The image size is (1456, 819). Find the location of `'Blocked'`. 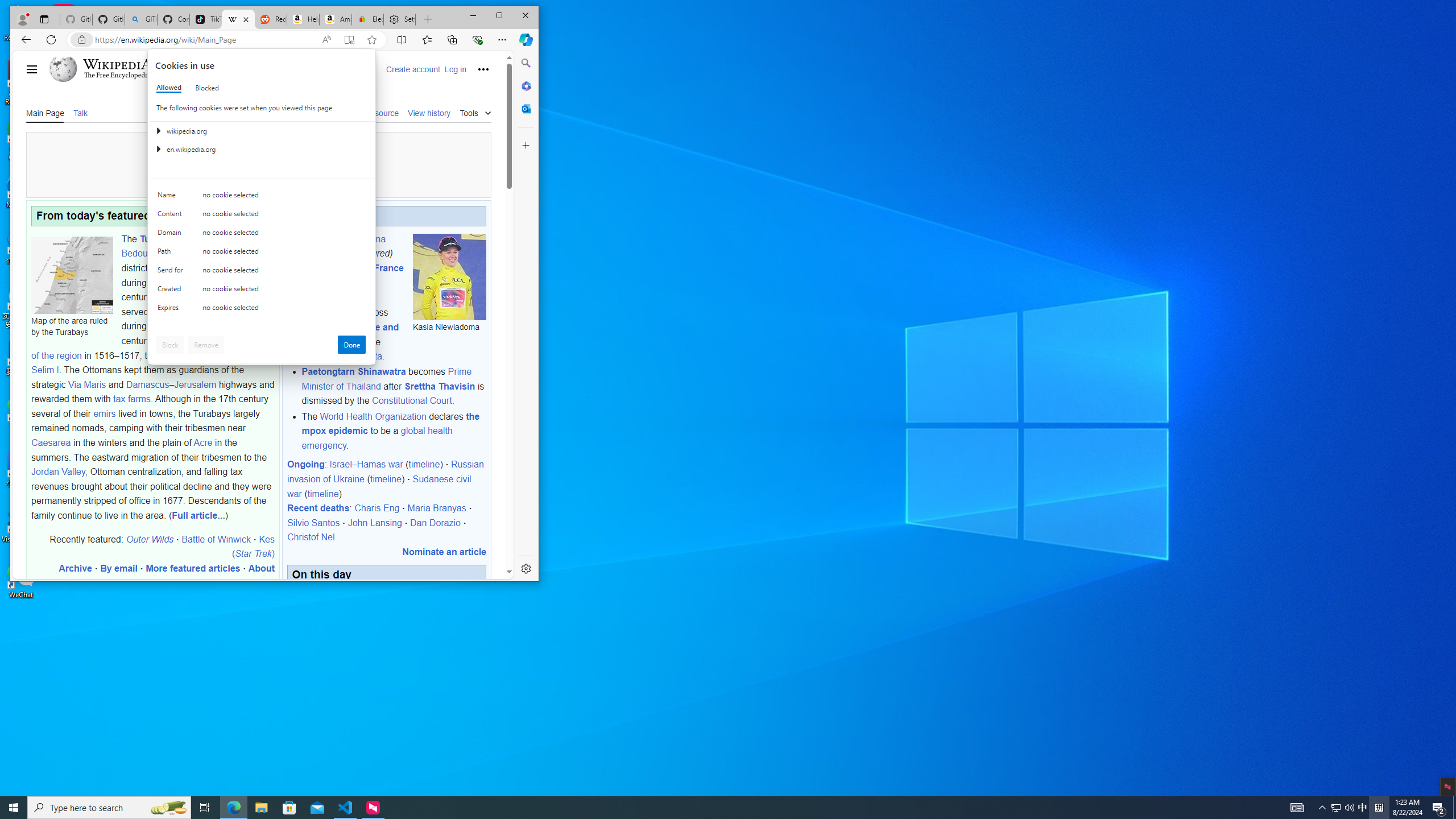

'Blocked' is located at coordinates (206, 87).